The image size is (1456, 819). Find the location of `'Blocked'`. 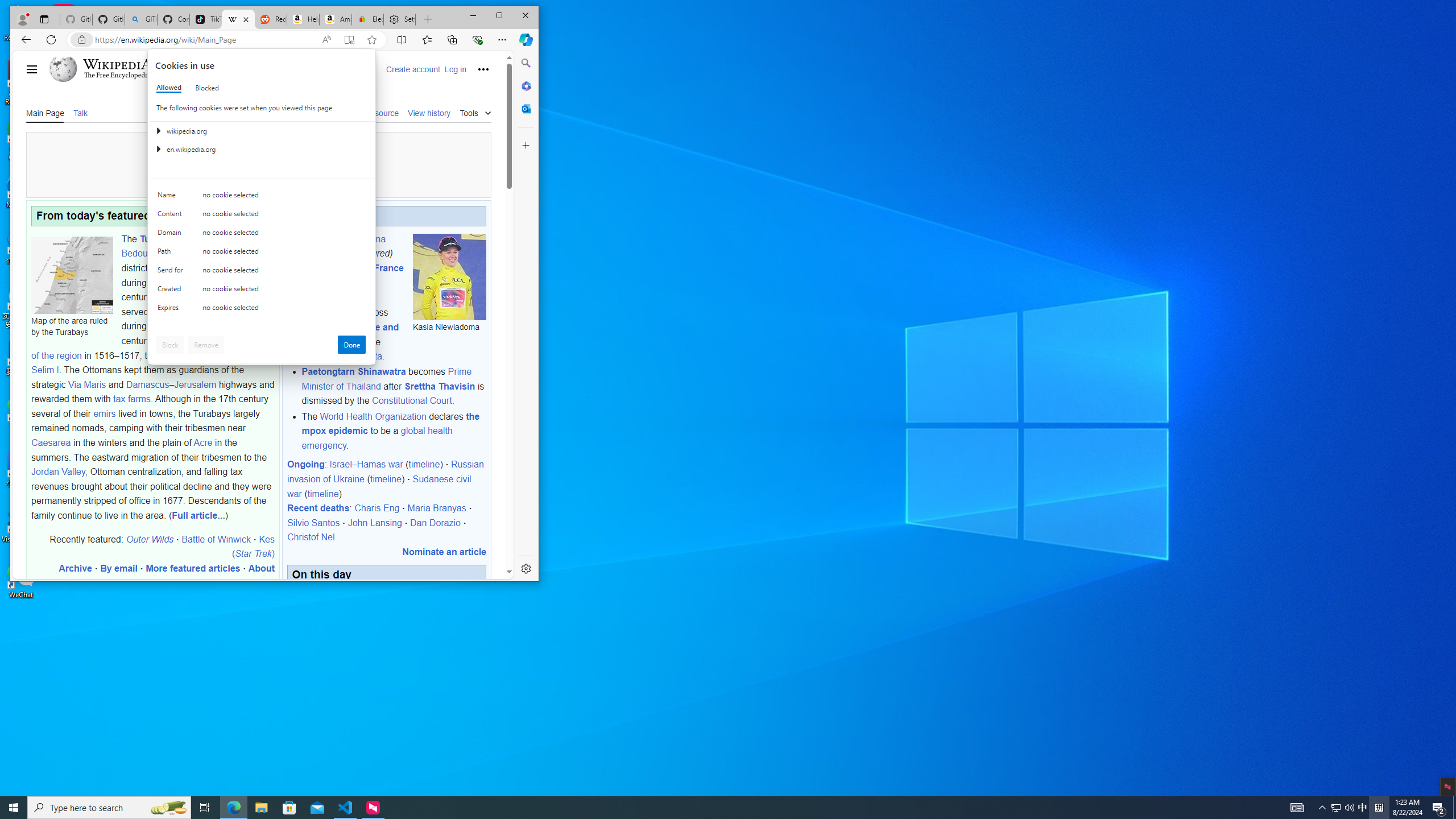

'Blocked' is located at coordinates (206, 87).